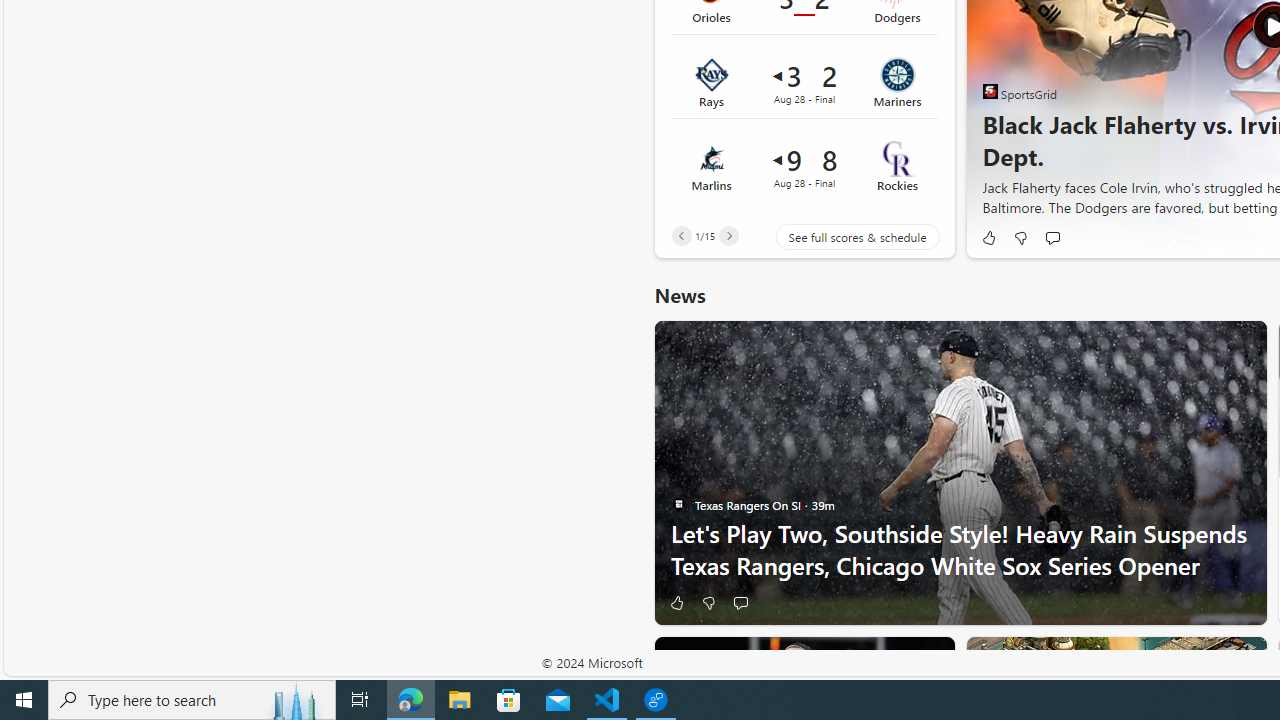  What do you see at coordinates (990, 91) in the screenshot?
I see `'SportsGrid'` at bounding box center [990, 91].